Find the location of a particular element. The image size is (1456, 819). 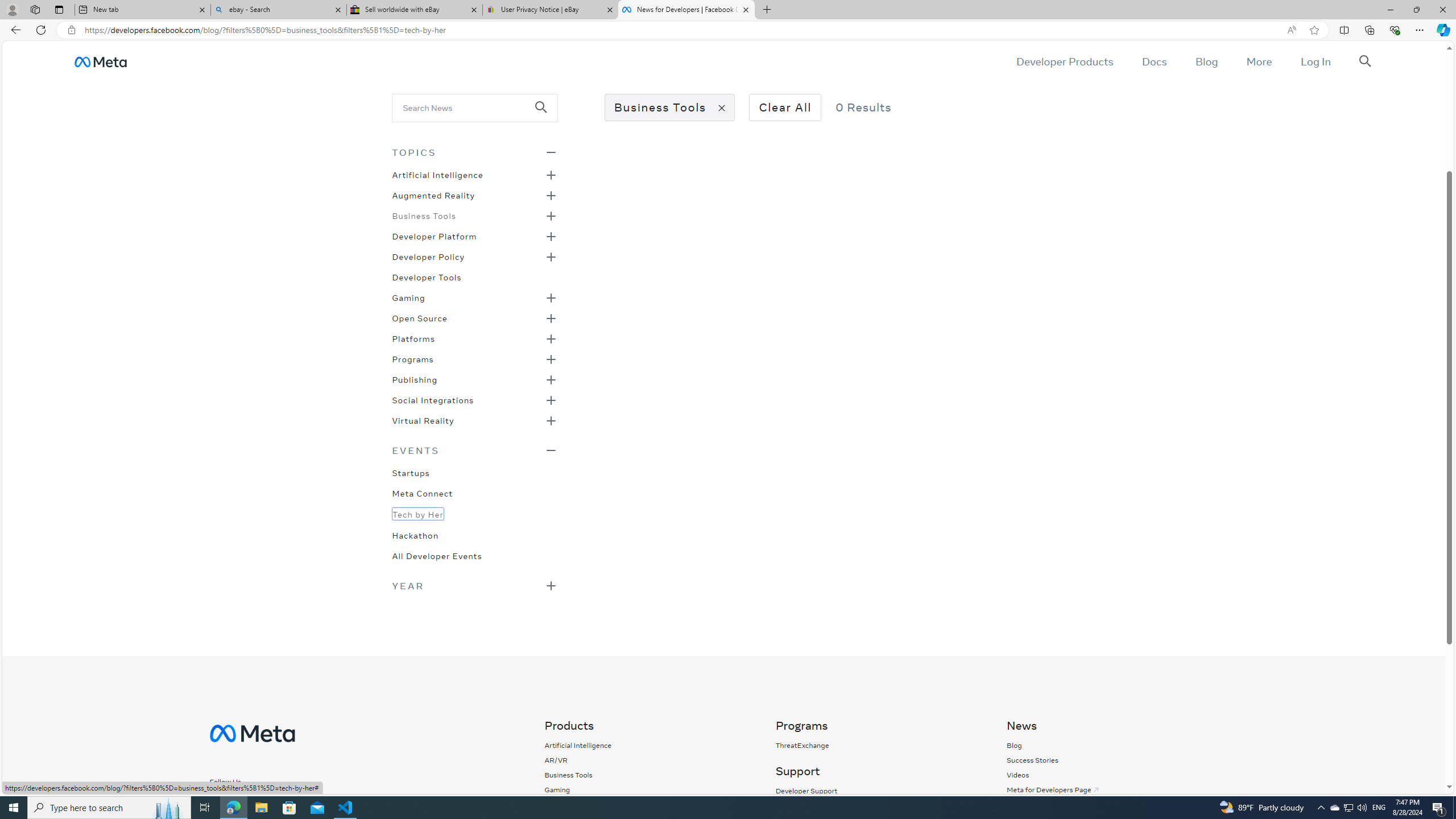

'Videos' is located at coordinates (1017, 775).